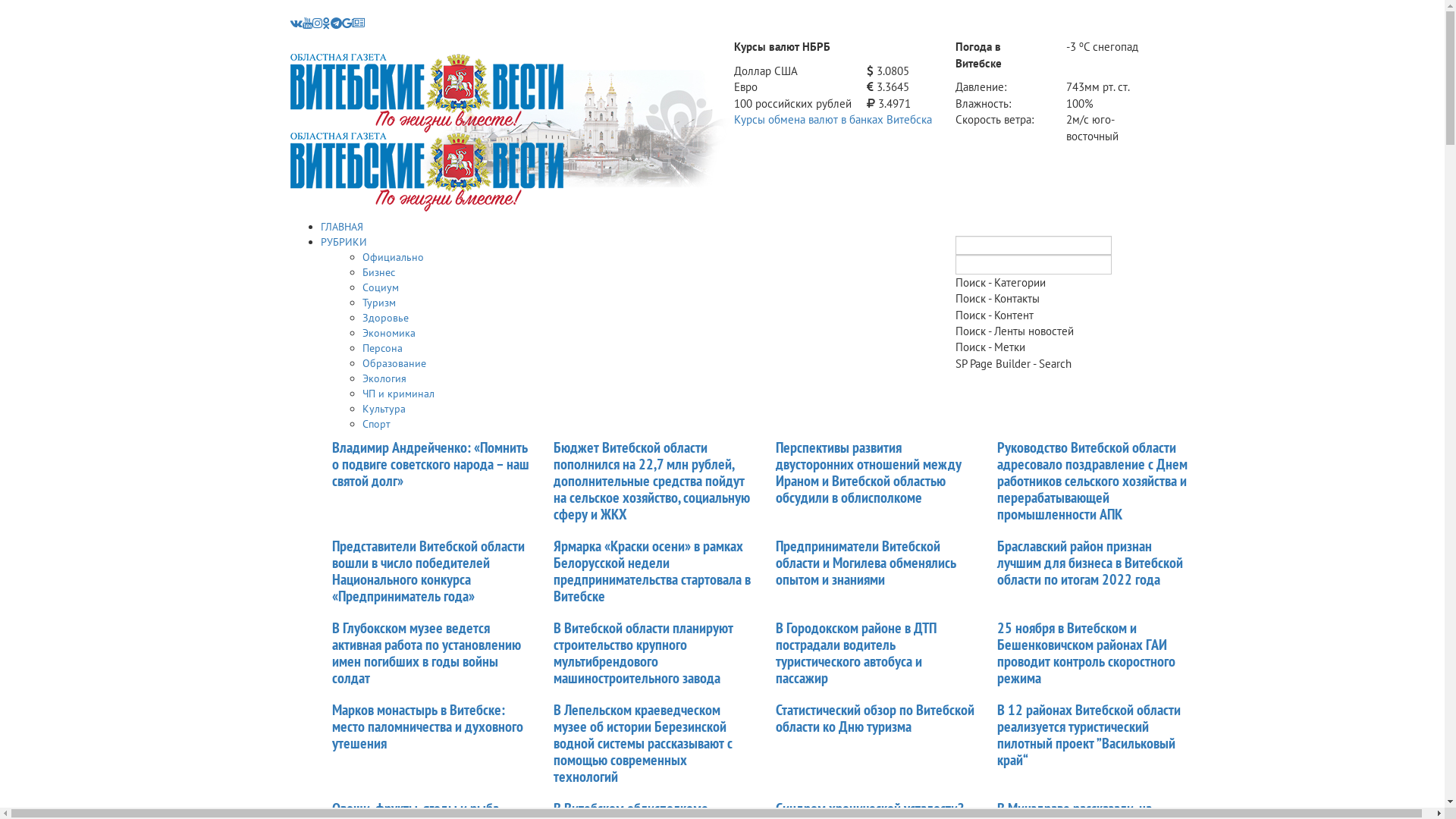 The height and width of the screenshot is (819, 1456). I want to click on 'Youtube', so click(302, 23).